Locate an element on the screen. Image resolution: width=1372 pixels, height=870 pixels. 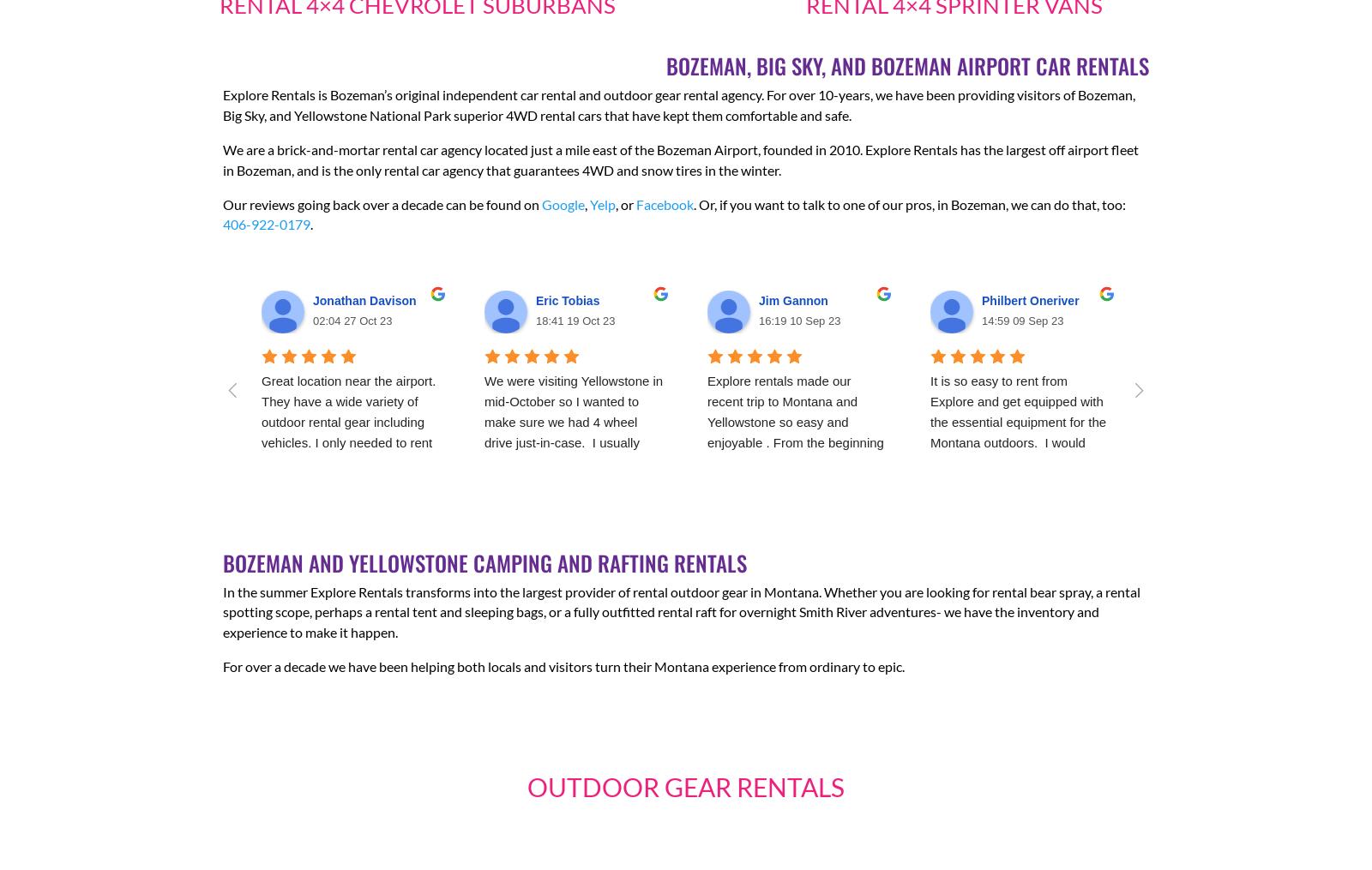
',' is located at coordinates (587, 203).